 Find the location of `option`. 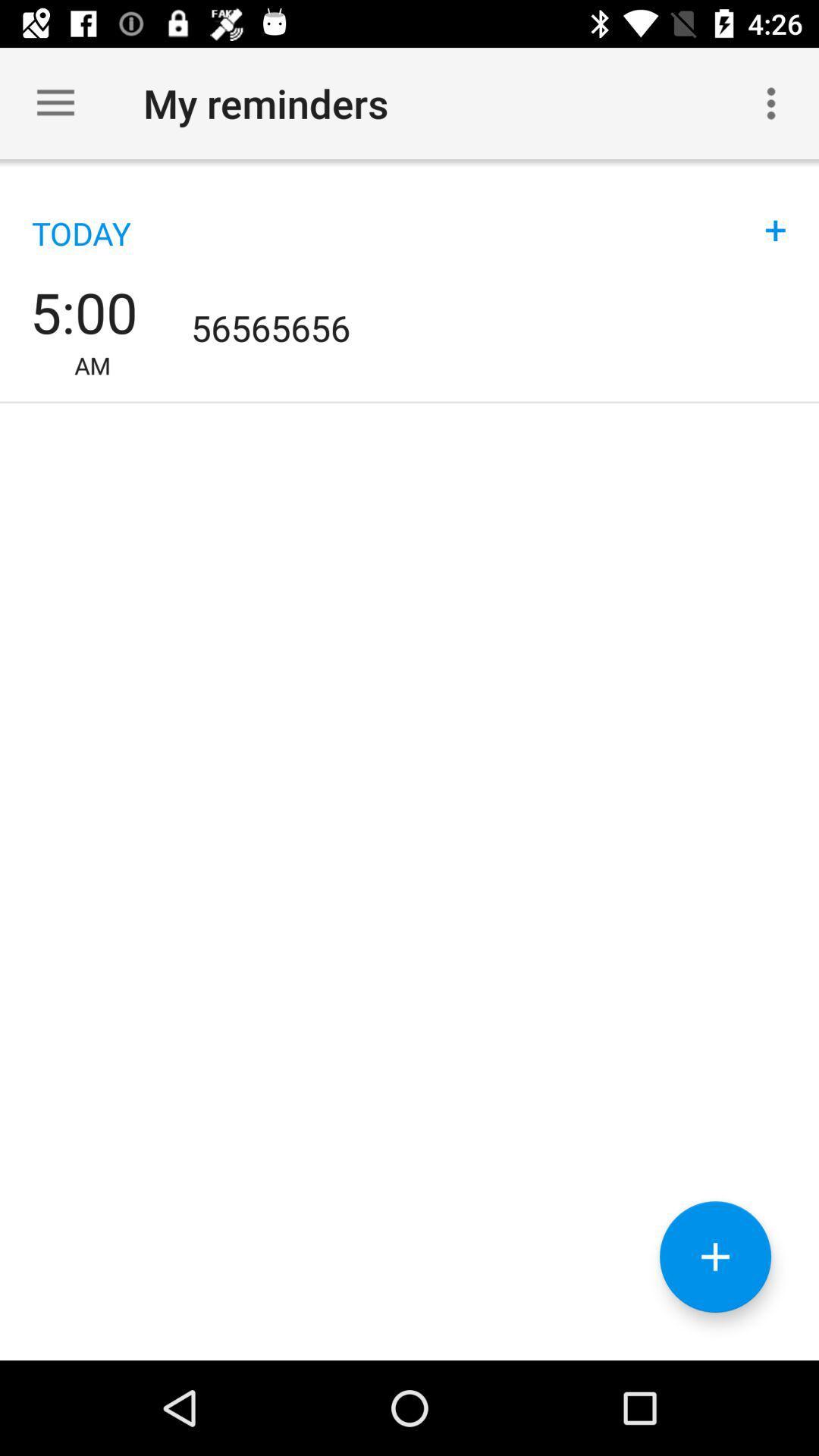

option is located at coordinates (715, 1257).